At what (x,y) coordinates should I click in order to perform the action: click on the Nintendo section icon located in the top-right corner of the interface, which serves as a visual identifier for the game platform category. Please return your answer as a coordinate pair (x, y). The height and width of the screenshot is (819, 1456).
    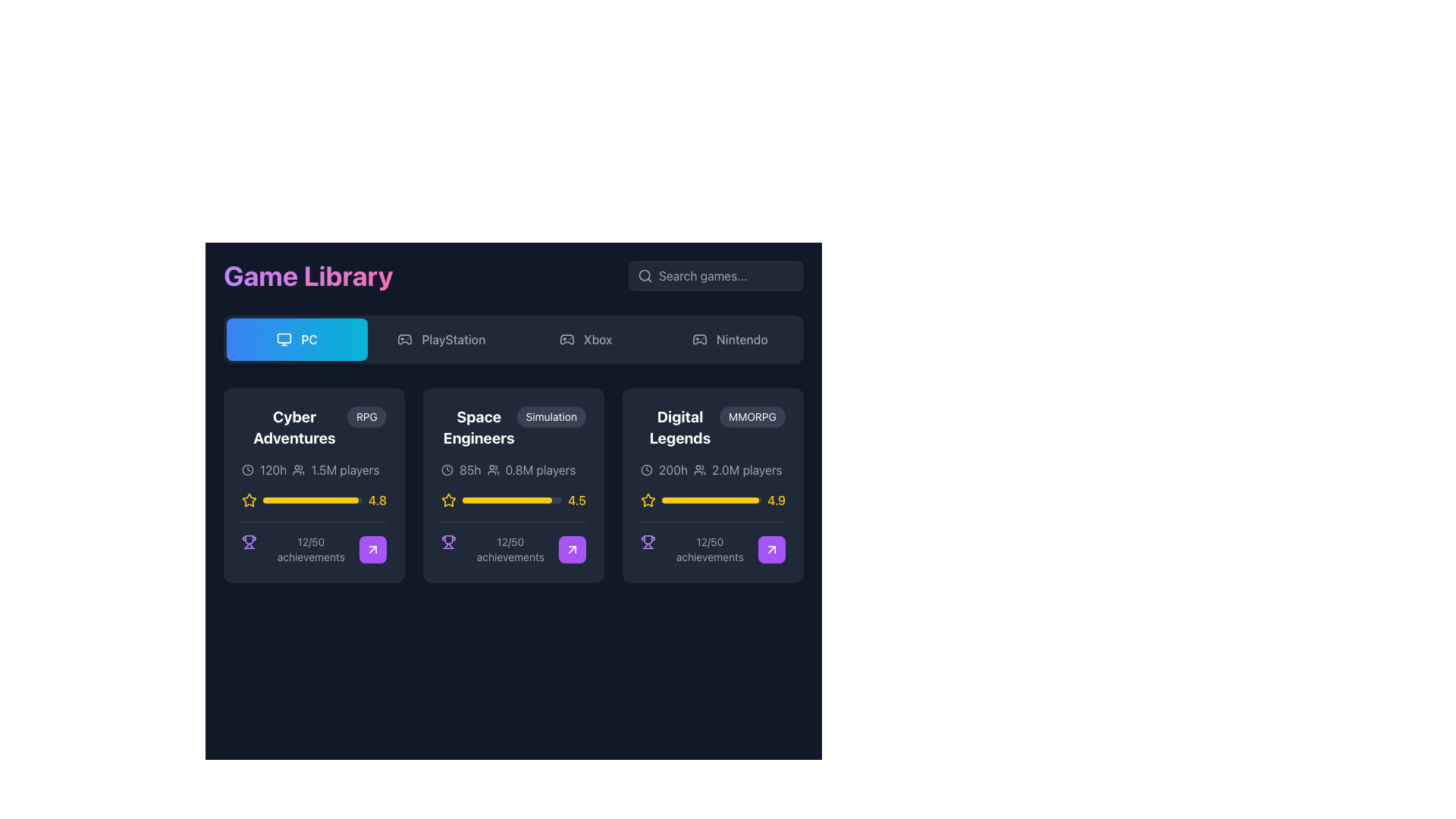
    Looking at the image, I should click on (698, 338).